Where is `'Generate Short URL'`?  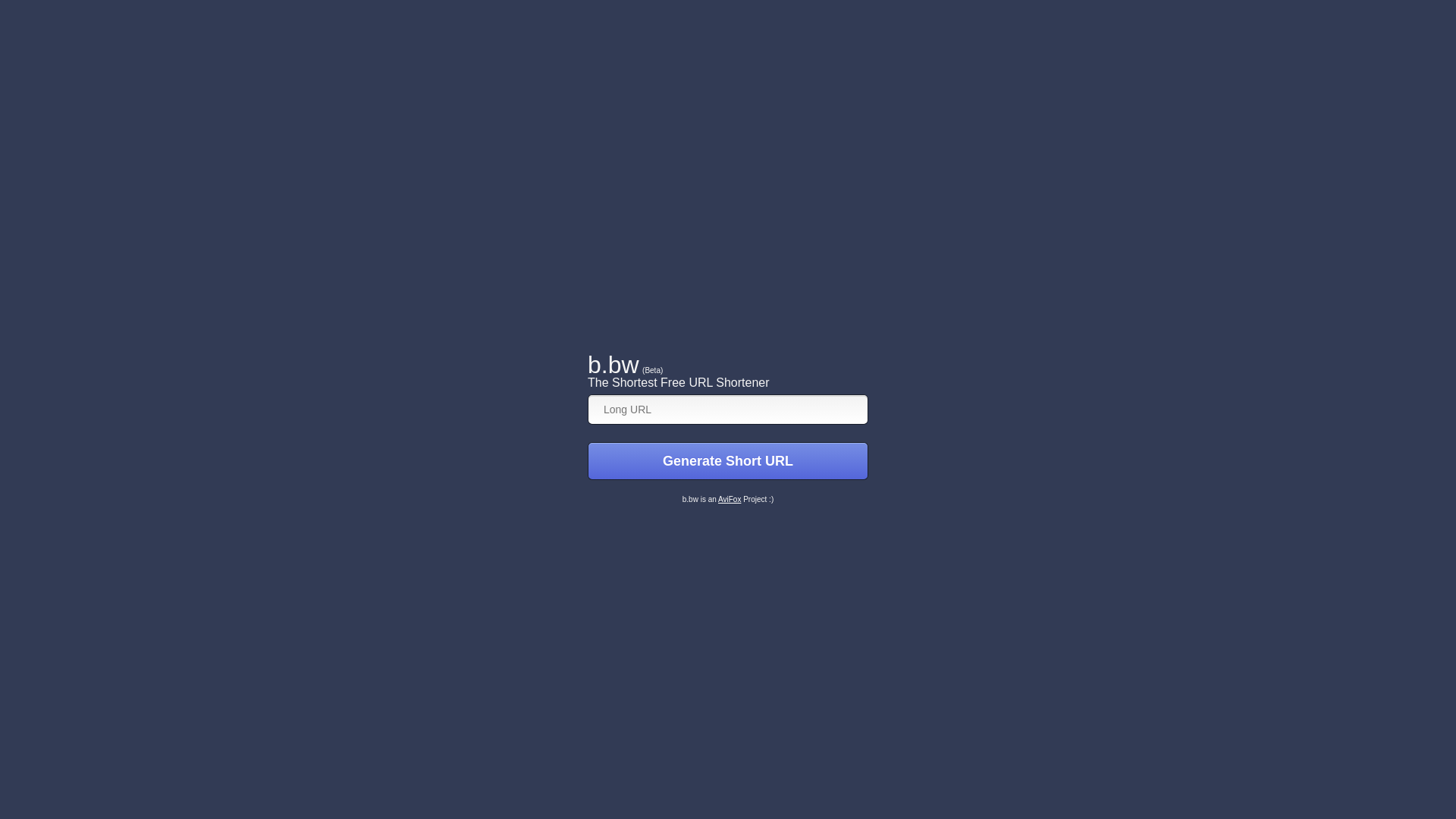 'Generate Short URL' is located at coordinates (728, 460).